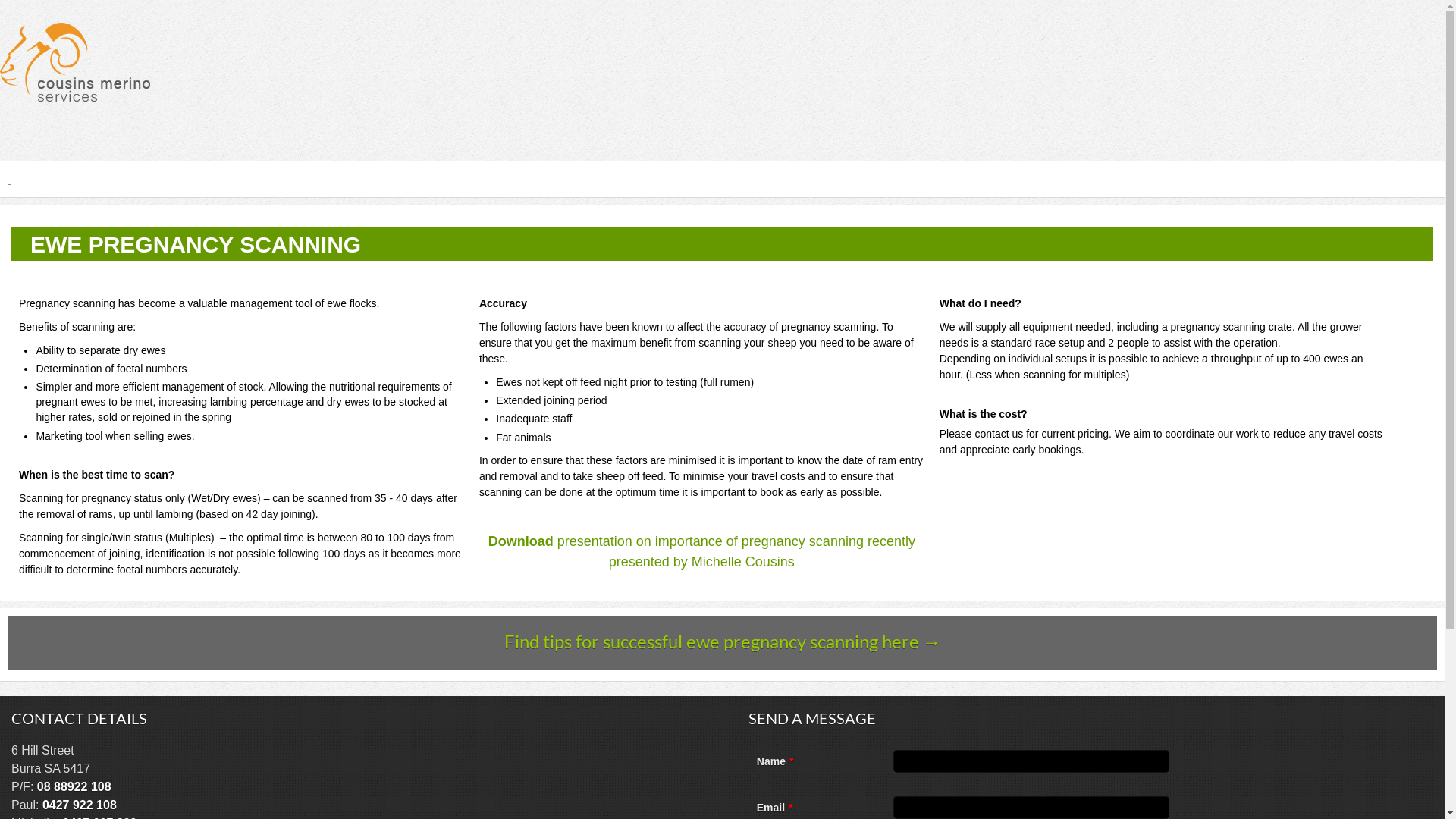  Describe the element at coordinates (520, 540) in the screenshot. I see `'Download'` at that location.